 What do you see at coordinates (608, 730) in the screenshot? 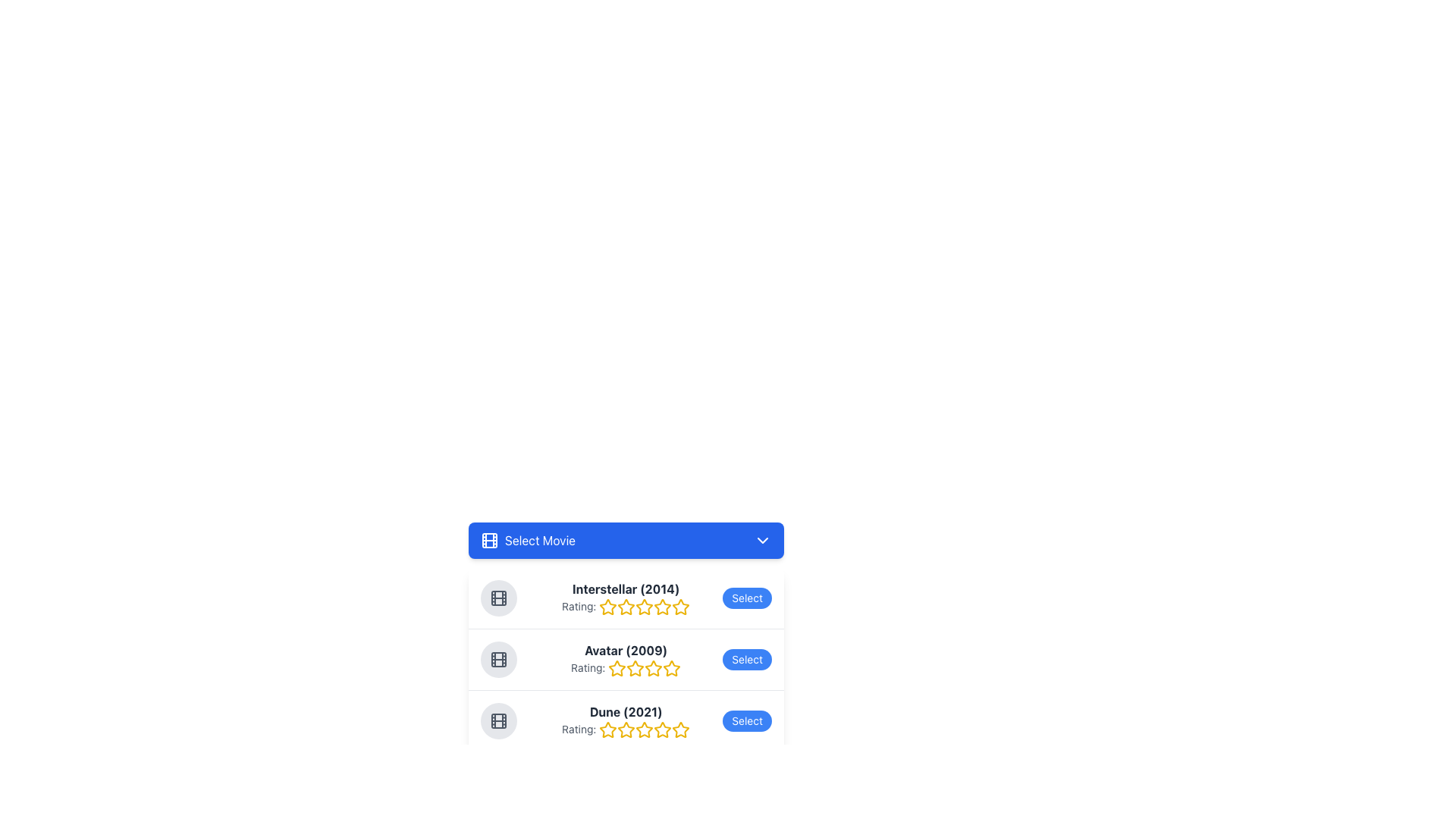
I see `the first yellow star icon in the rating section for the movie 'Dune (2021)'` at bounding box center [608, 730].